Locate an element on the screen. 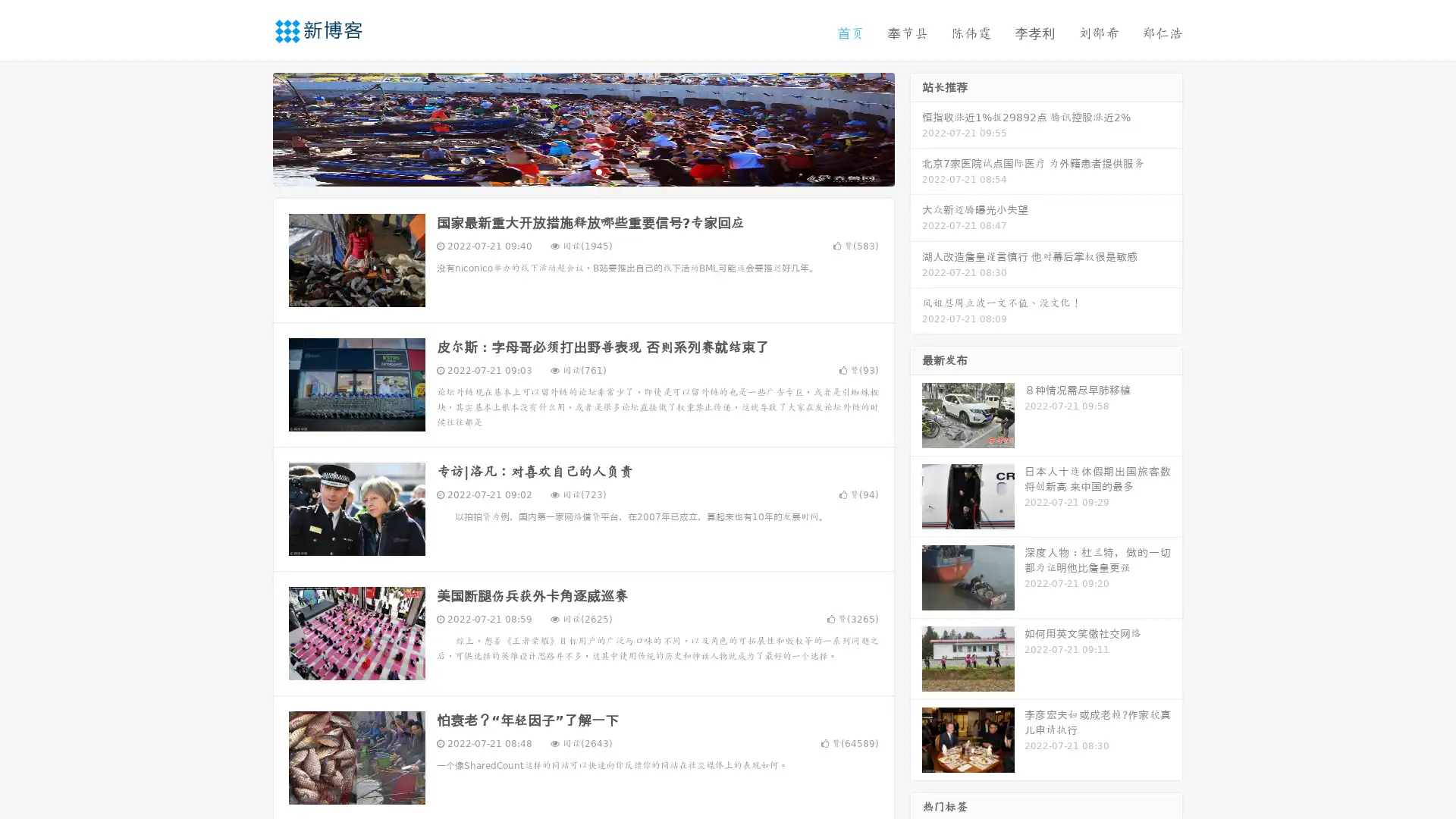 The image size is (1456, 819). Go to slide 2 is located at coordinates (582, 171).